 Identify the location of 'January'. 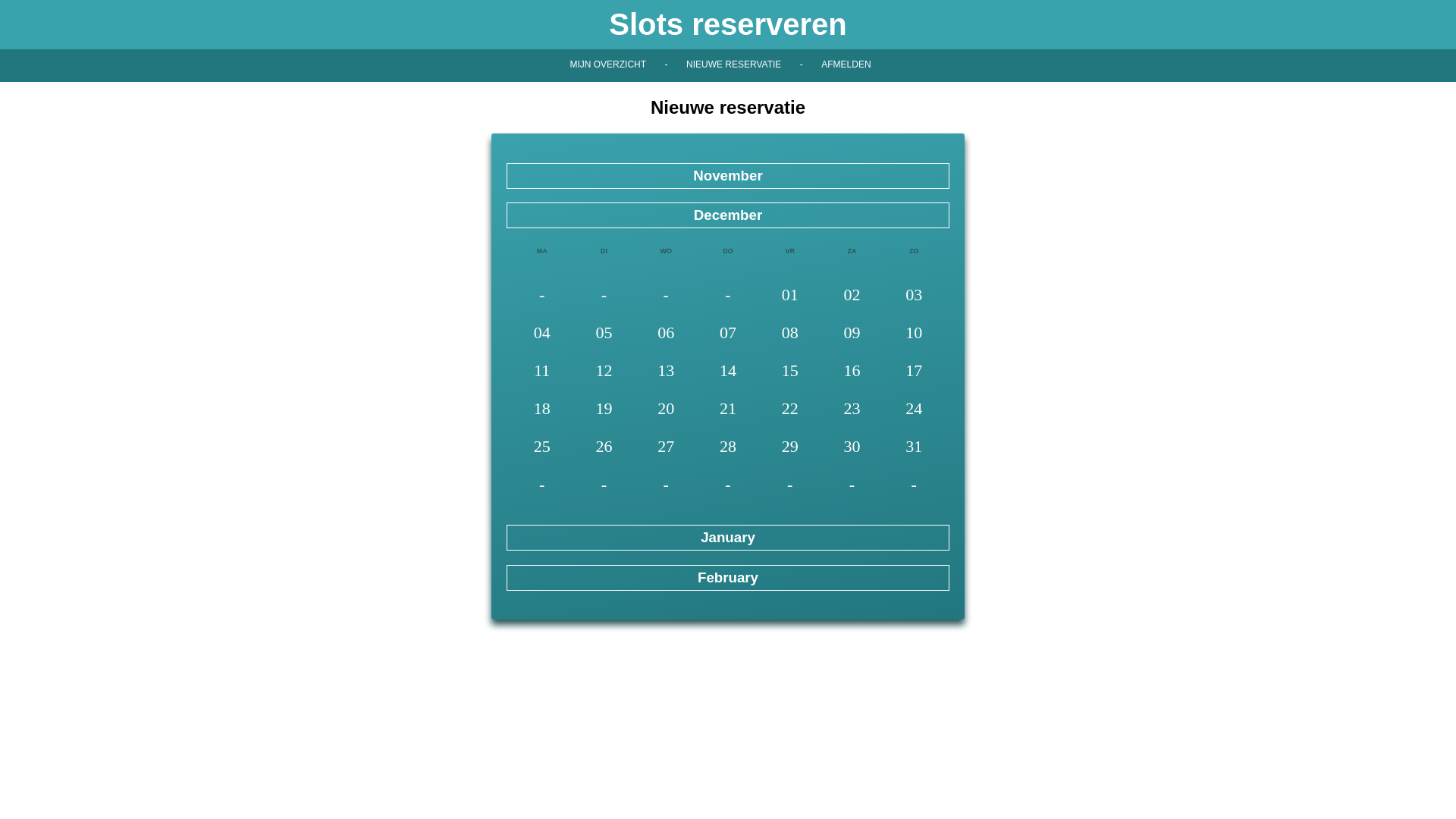
(728, 537).